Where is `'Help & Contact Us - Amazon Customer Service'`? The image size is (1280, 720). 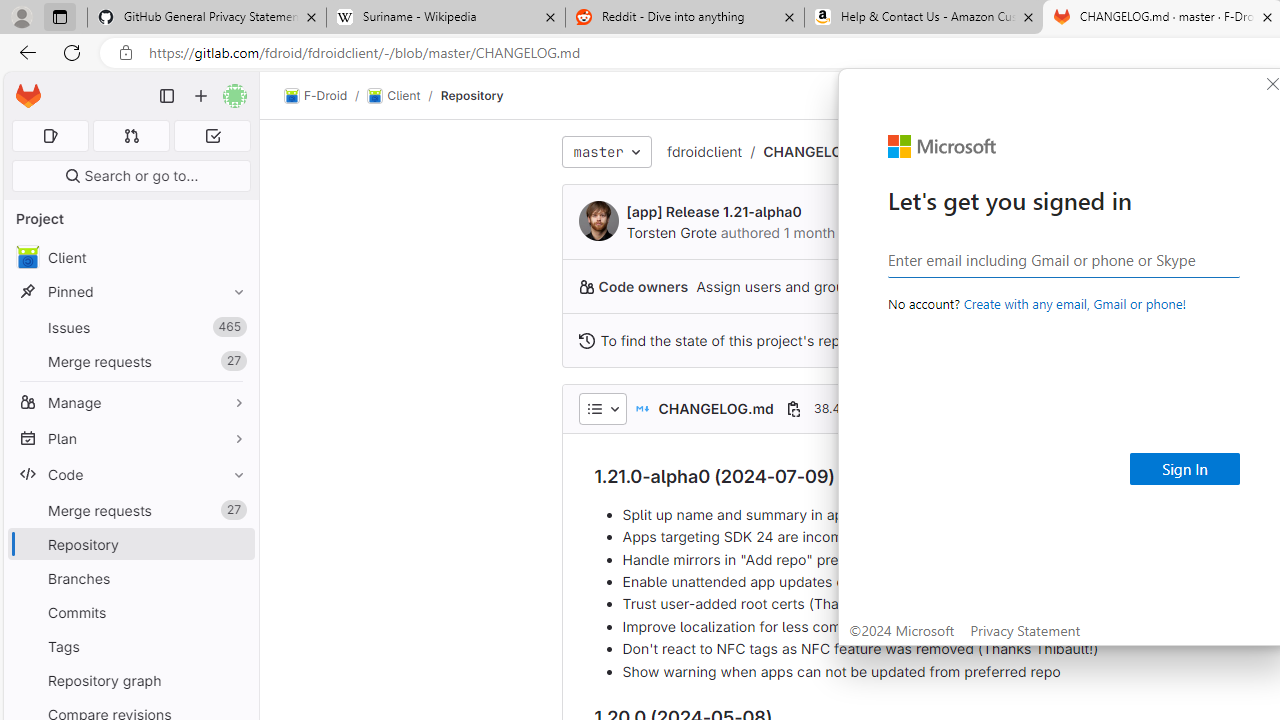
'Help & Contact Us - Amazon Customer Service' is located at coordinates (923, 17).